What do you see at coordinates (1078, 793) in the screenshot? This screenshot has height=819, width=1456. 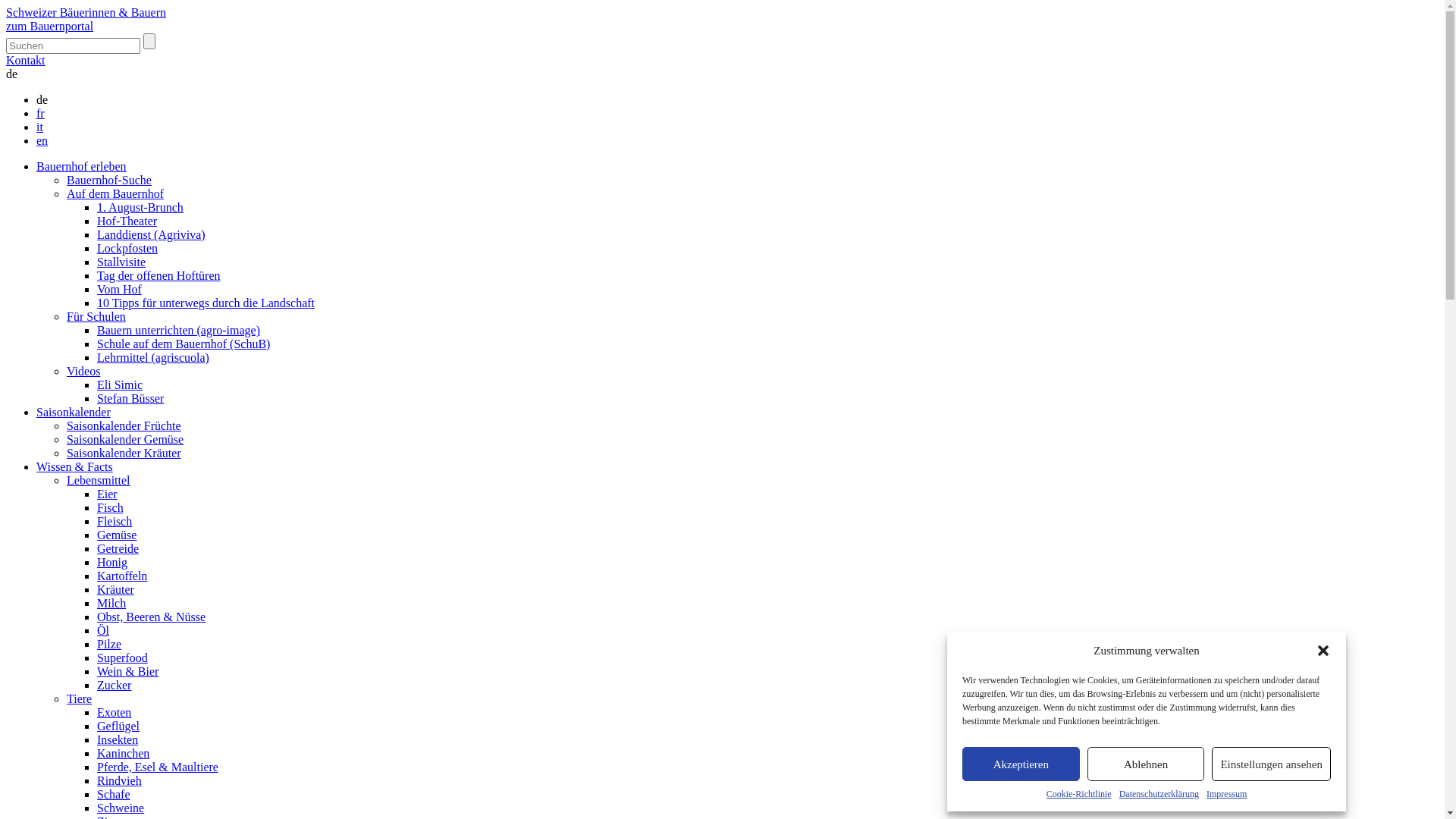 I see `'Cookie-Richtlinie'` at bounding box center [1078, 793].